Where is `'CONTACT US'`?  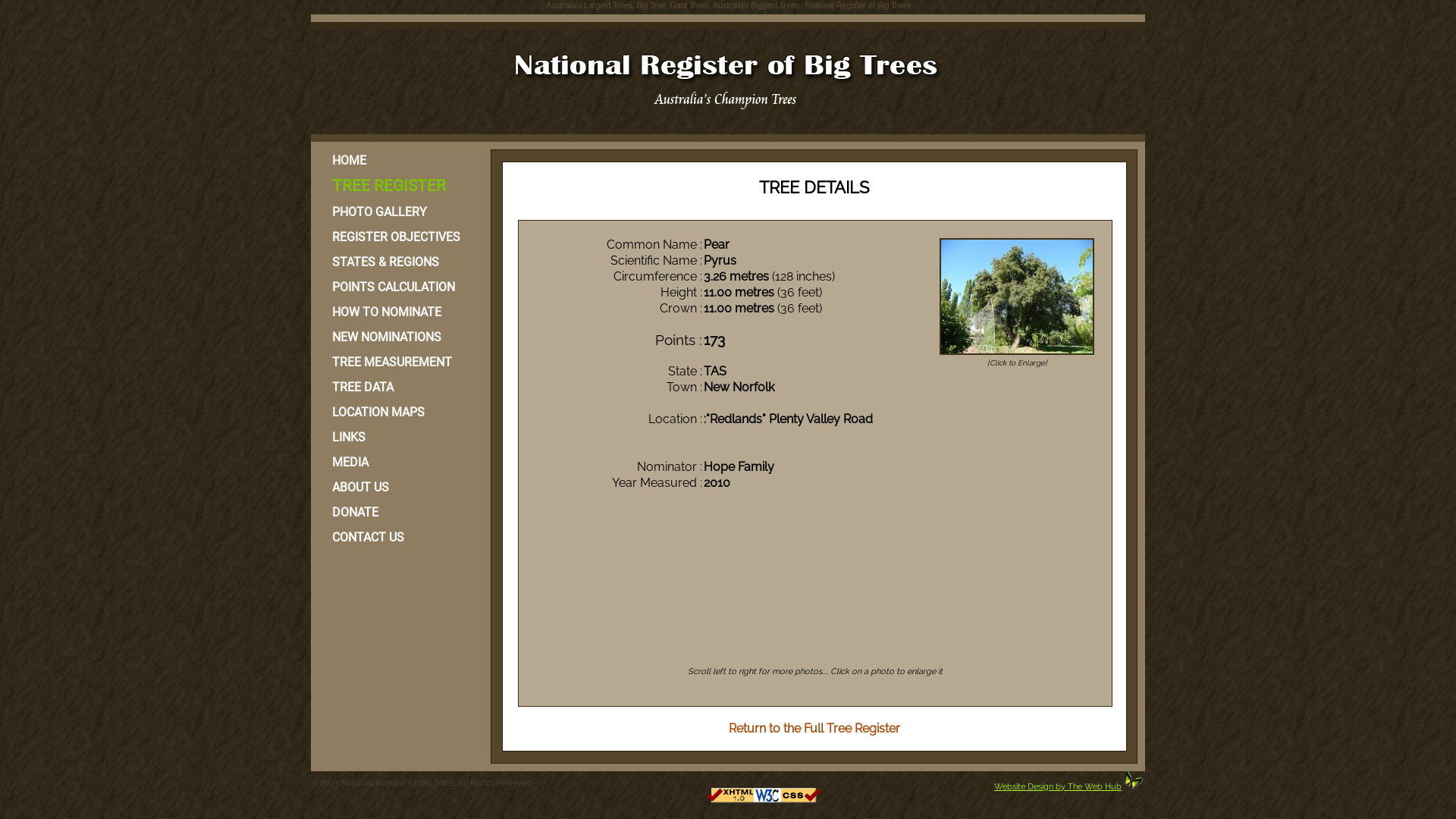
'CONTACT US' is located at coordinates (399, 536).